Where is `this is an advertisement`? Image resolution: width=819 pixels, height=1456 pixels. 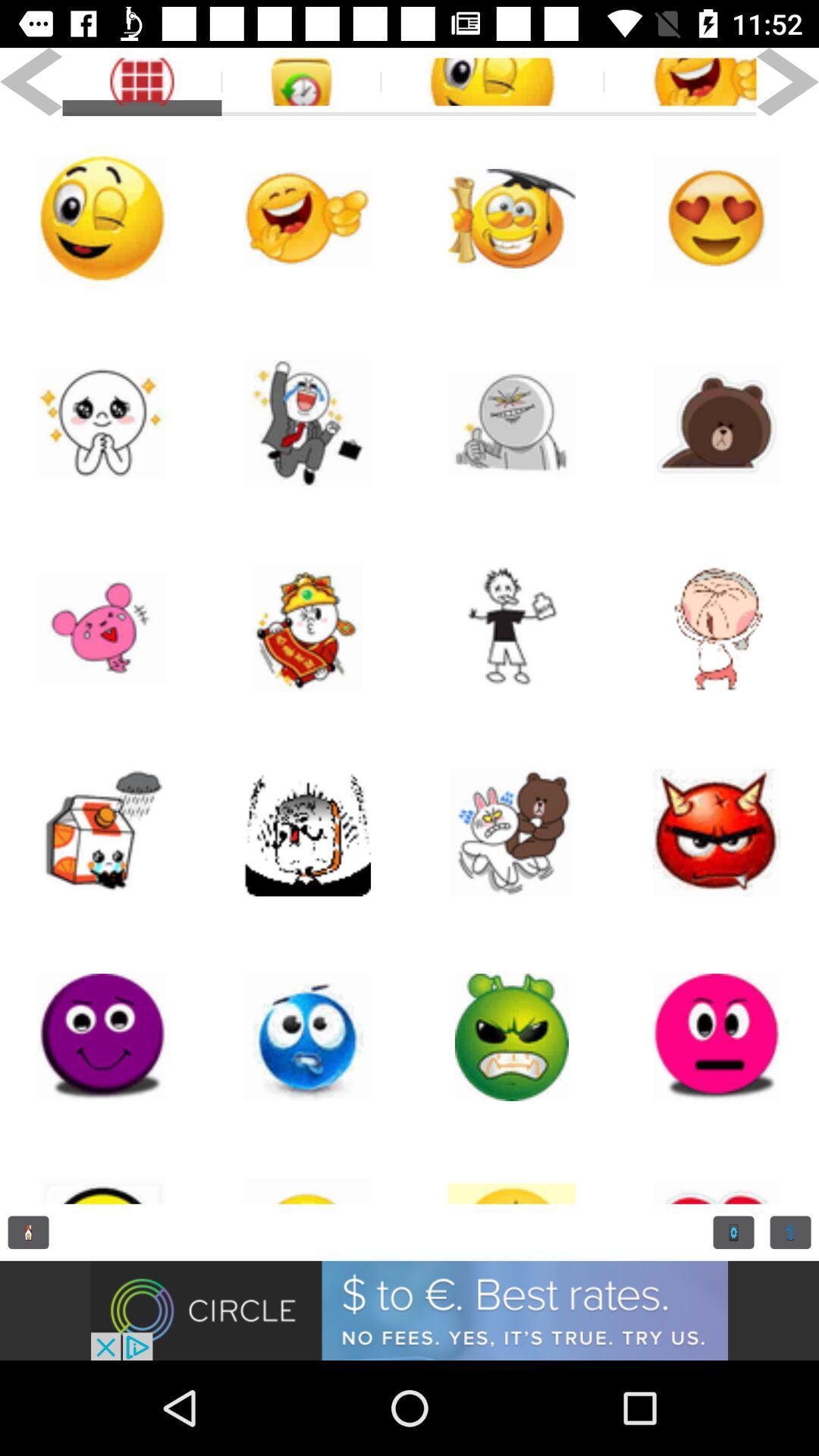 this is an advertisement is located at coordinates (409, 1310).